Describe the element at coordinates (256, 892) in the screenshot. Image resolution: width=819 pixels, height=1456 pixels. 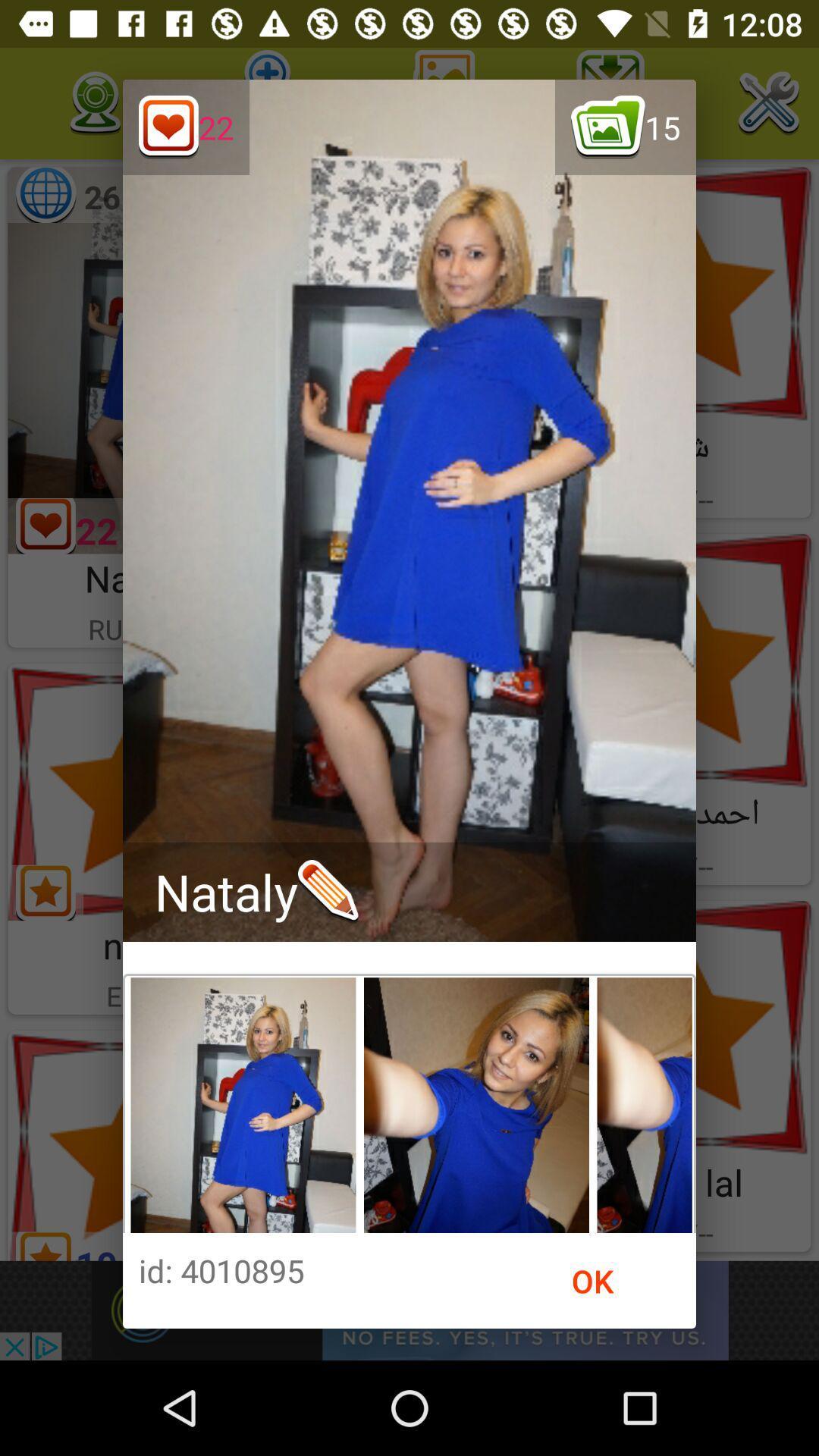
I see `nataly` at that location.